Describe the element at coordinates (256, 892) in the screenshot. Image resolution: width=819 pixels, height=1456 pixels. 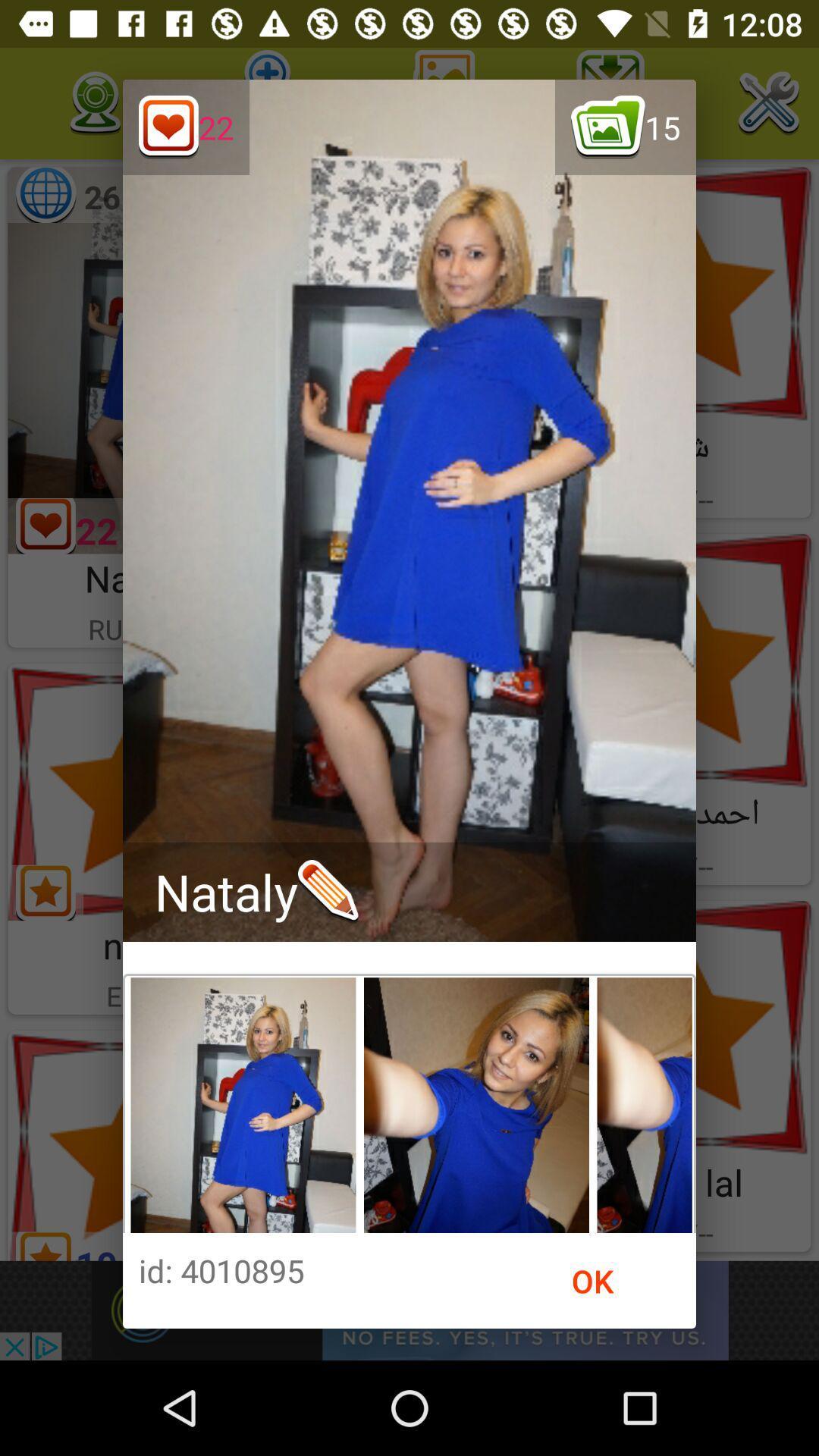
I see `nataly` at that location.